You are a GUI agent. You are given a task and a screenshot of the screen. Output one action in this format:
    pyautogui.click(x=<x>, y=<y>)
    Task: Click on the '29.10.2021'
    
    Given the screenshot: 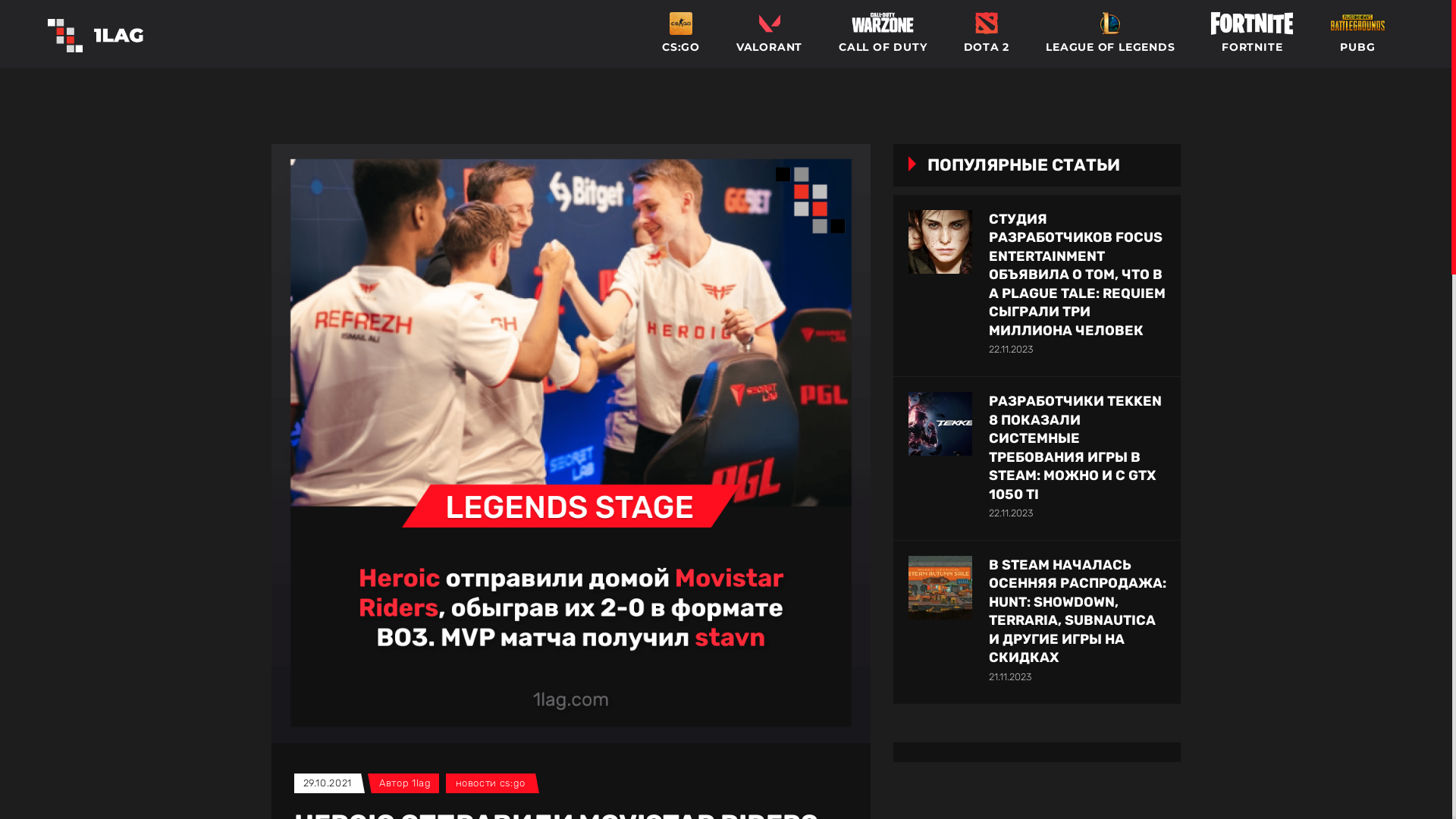 What is the action you would take?
    pyautogui.click(x=327, y=783)
    